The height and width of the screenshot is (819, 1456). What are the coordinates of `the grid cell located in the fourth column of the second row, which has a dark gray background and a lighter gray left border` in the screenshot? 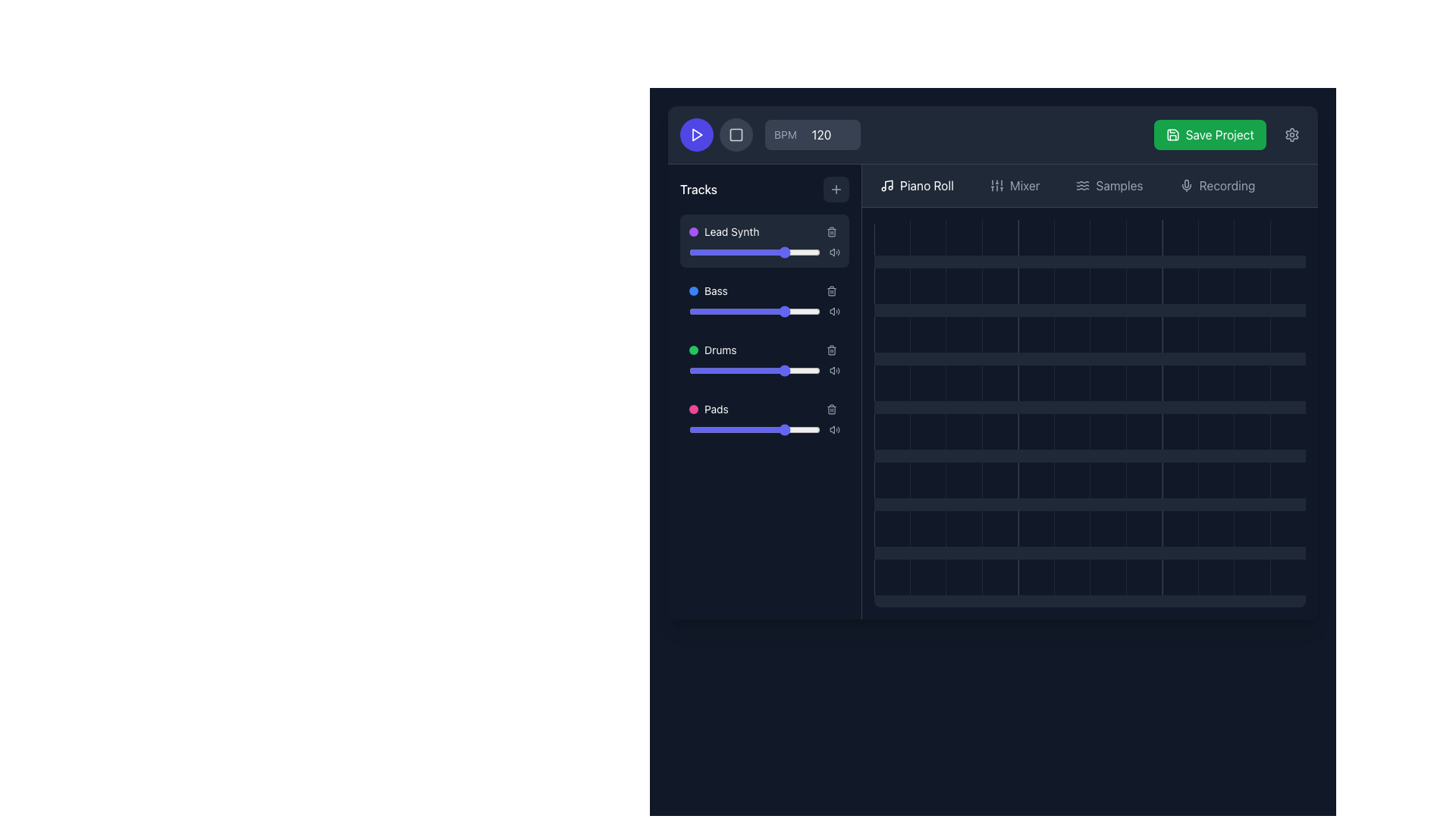 It's located at (1179, 286).